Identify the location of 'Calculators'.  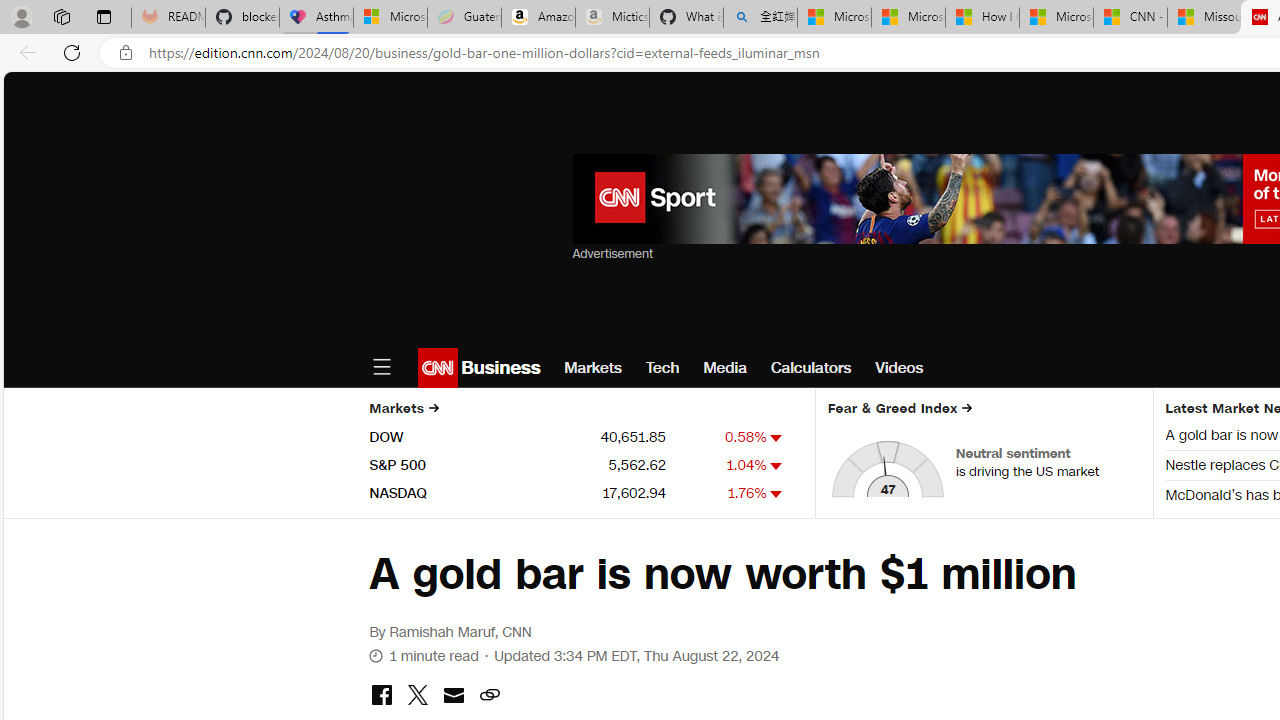
(811, 367).